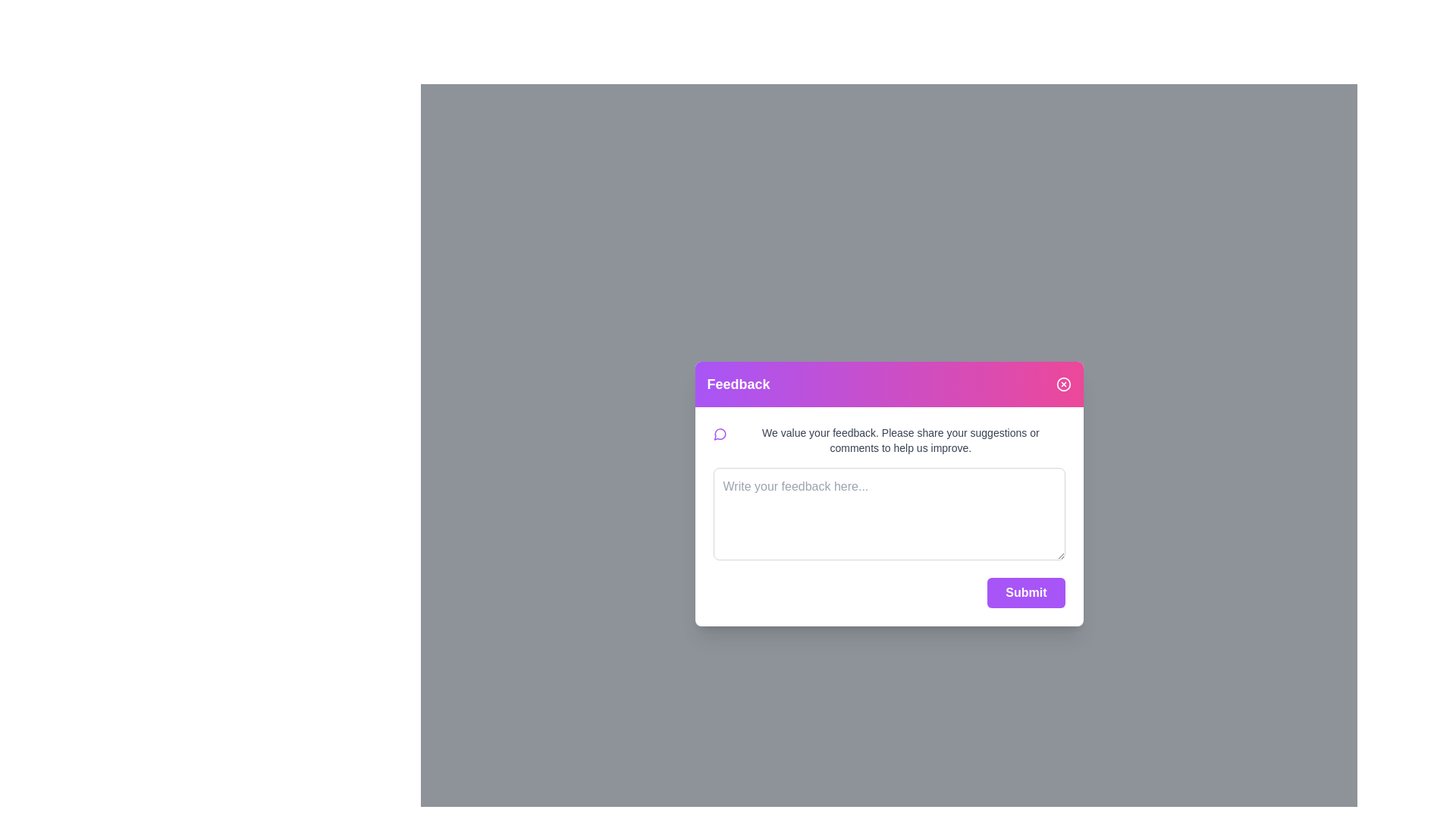 The width and height of the screenshot is (1456, 819). What do you see at coordinates (889, 513) in the screenshot?
I see `the feedback text area and type the desired feedback` at bounding box center [889, 513].